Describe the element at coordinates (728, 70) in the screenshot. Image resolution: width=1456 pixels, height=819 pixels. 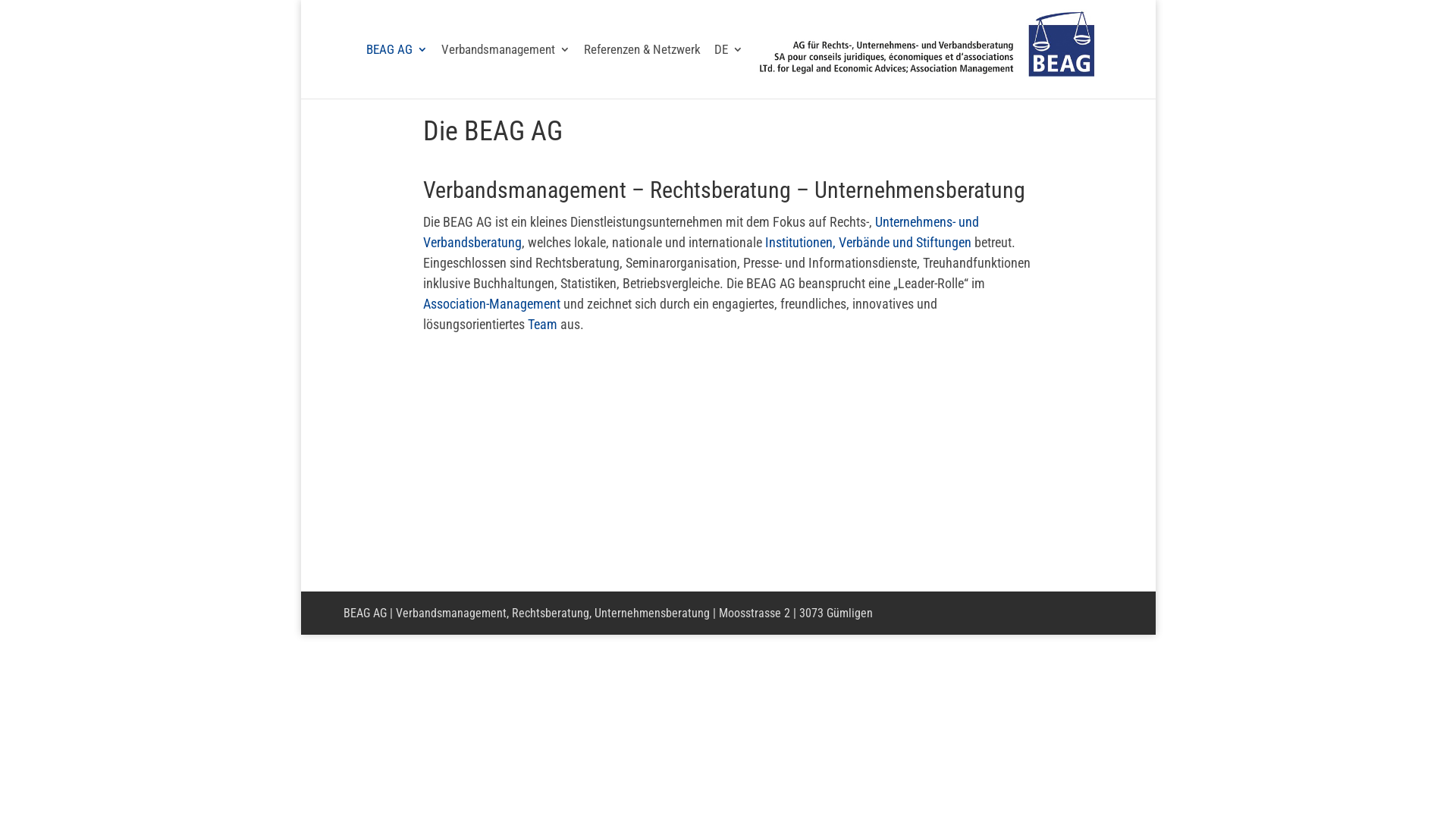
I see `'DE'` at that location.